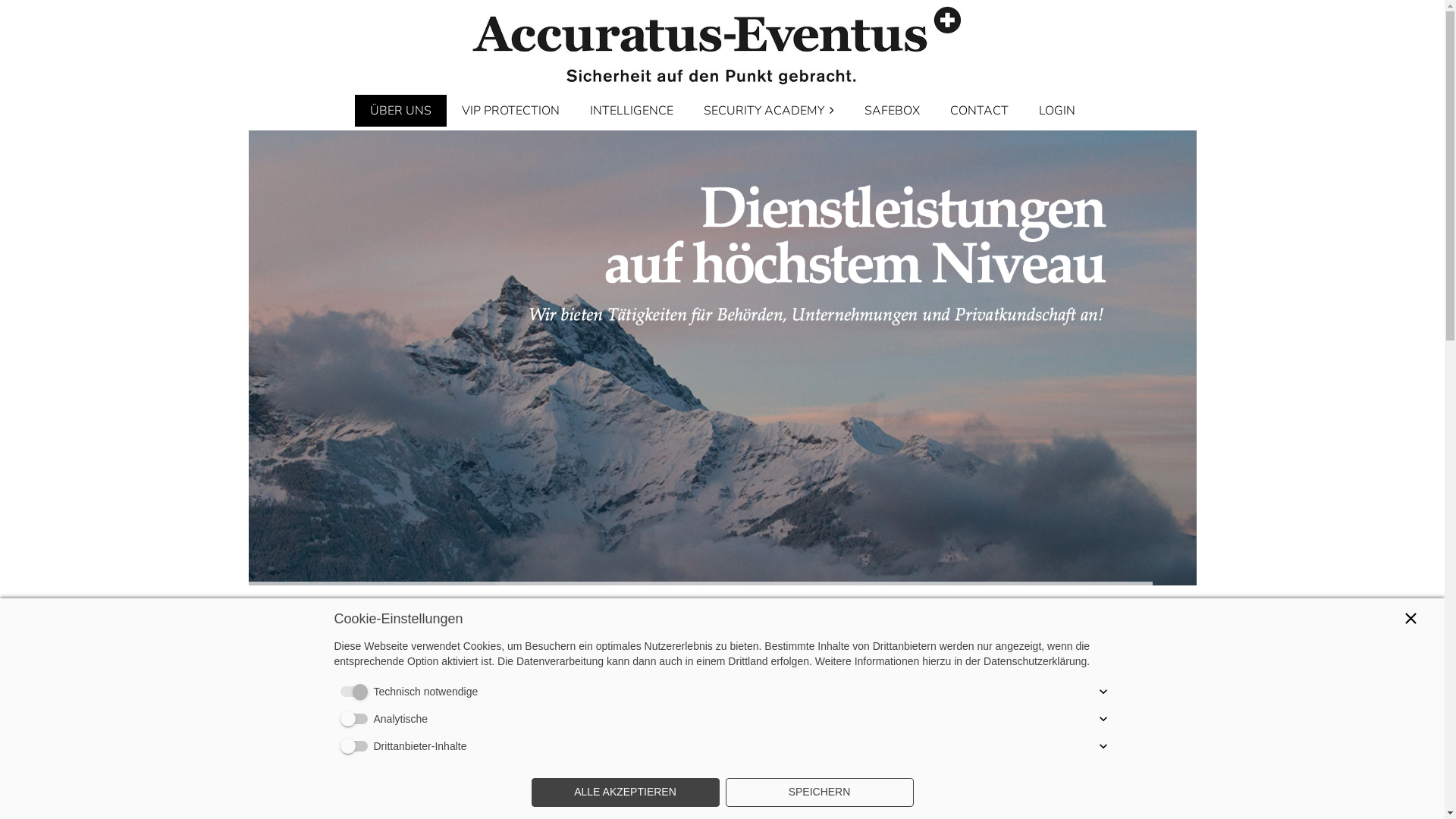  Describe the element at coordinates (848, 110) in the screenshot. I see `'SAFEBOX'` at that location.